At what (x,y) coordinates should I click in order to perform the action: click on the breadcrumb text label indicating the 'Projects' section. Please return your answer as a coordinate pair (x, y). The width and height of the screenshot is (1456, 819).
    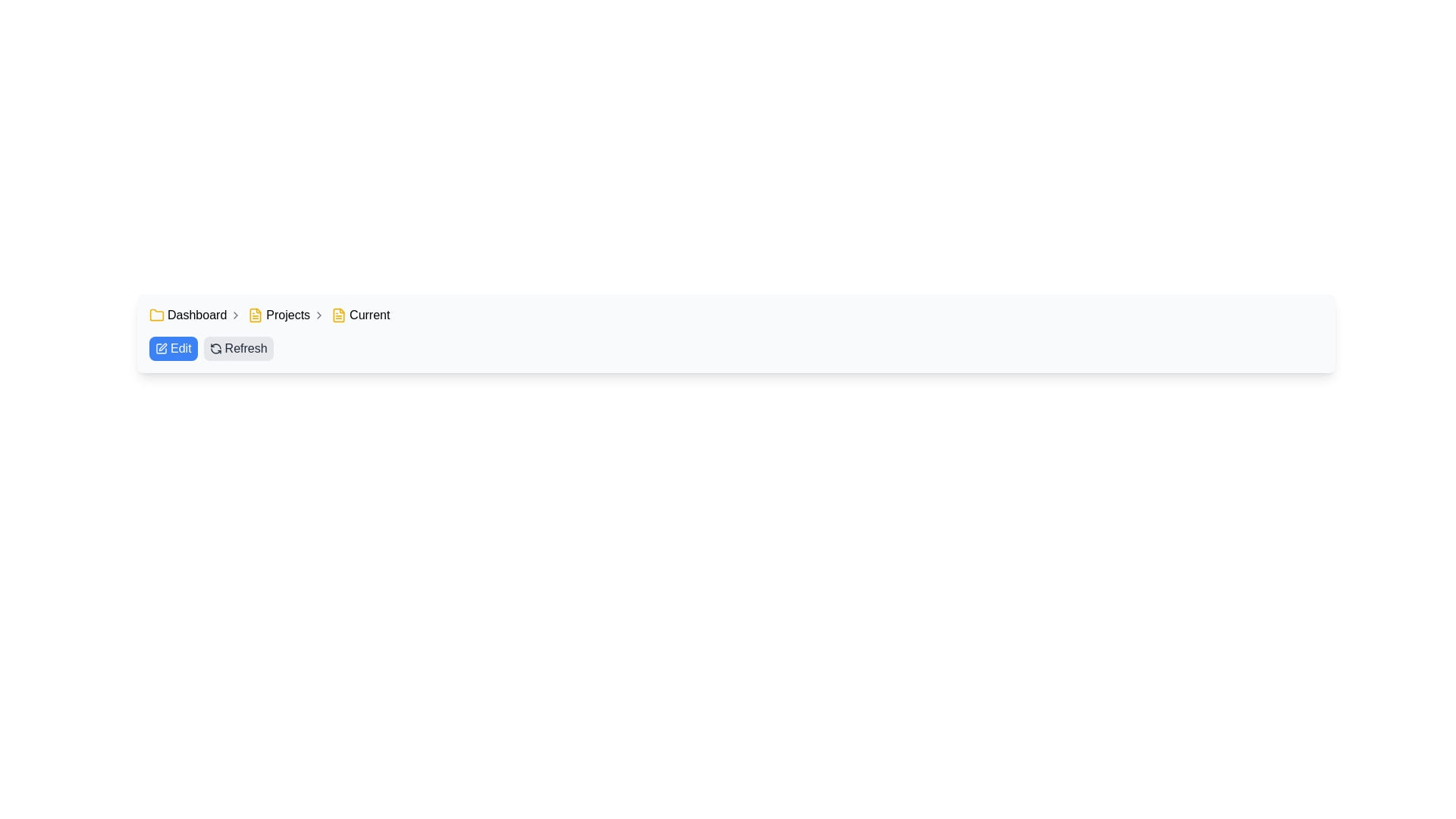
    Looking at the image, I should click on (288, 315).